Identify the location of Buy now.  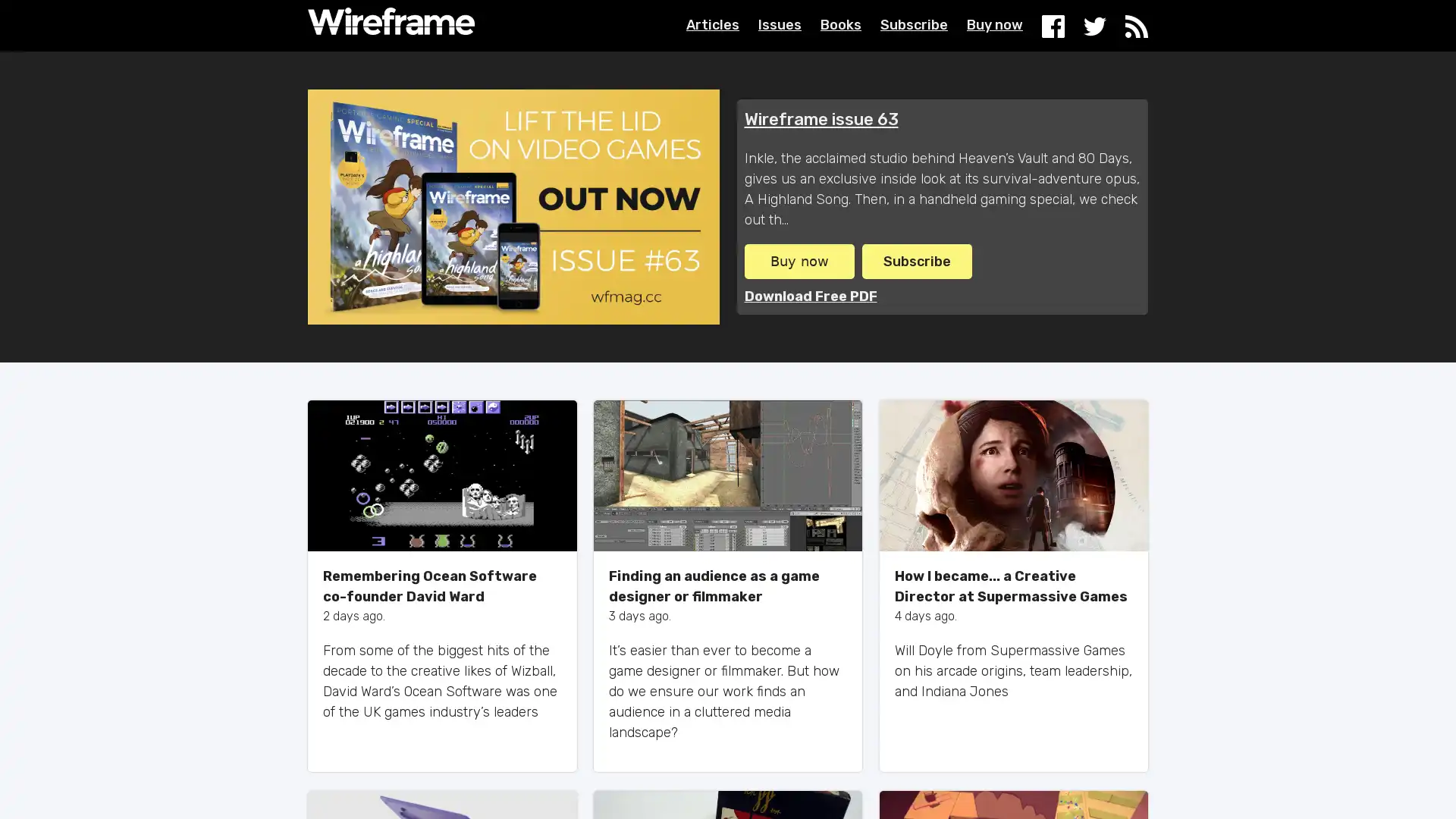
(798, 259).